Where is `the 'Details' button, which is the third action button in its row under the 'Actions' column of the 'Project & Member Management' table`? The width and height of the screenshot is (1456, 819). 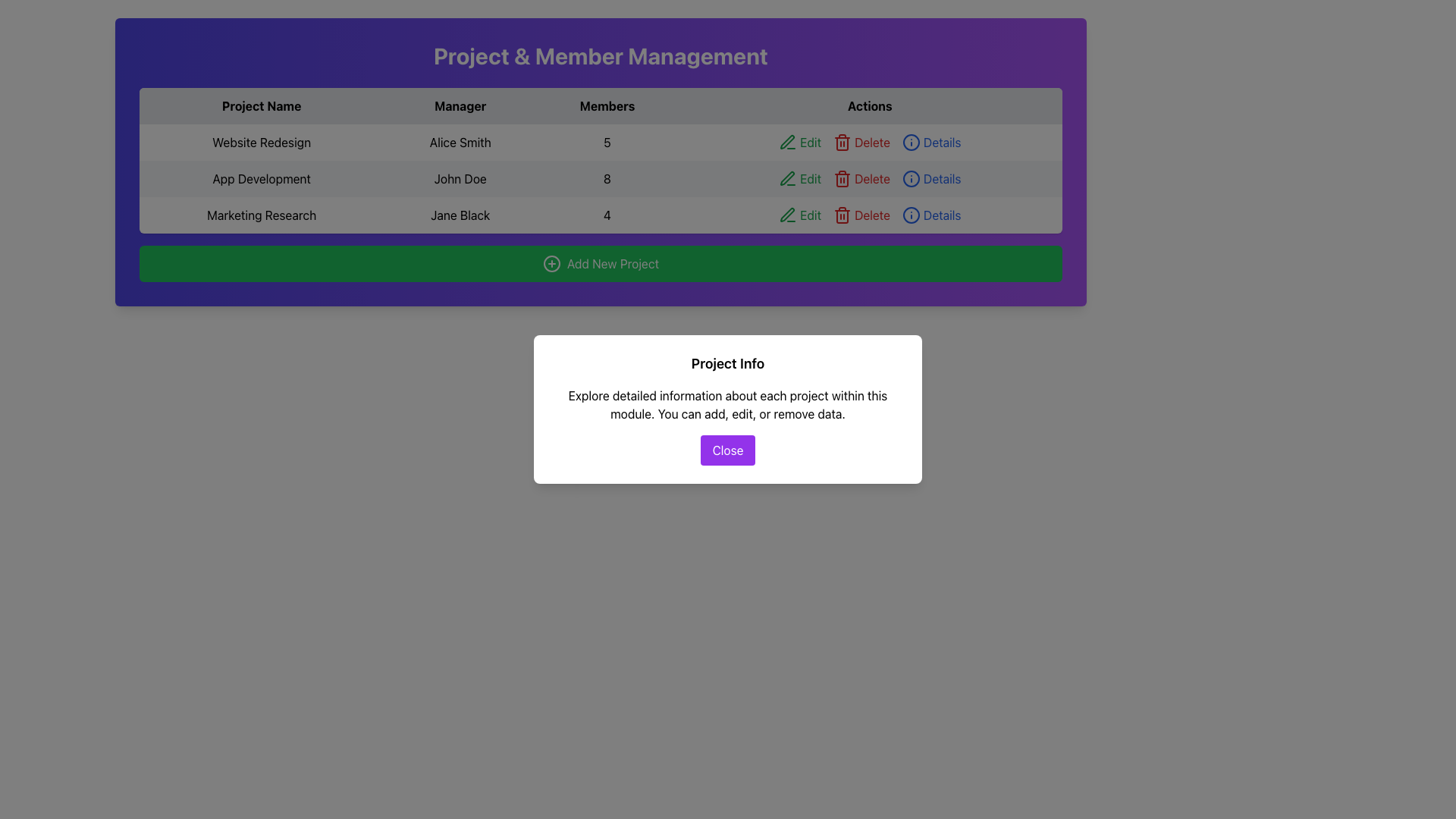
the 'Details' button, which is the third action button in its row under the 'Actions' column of the 'Project & Member Management' table is located at coordinates (930, 143).